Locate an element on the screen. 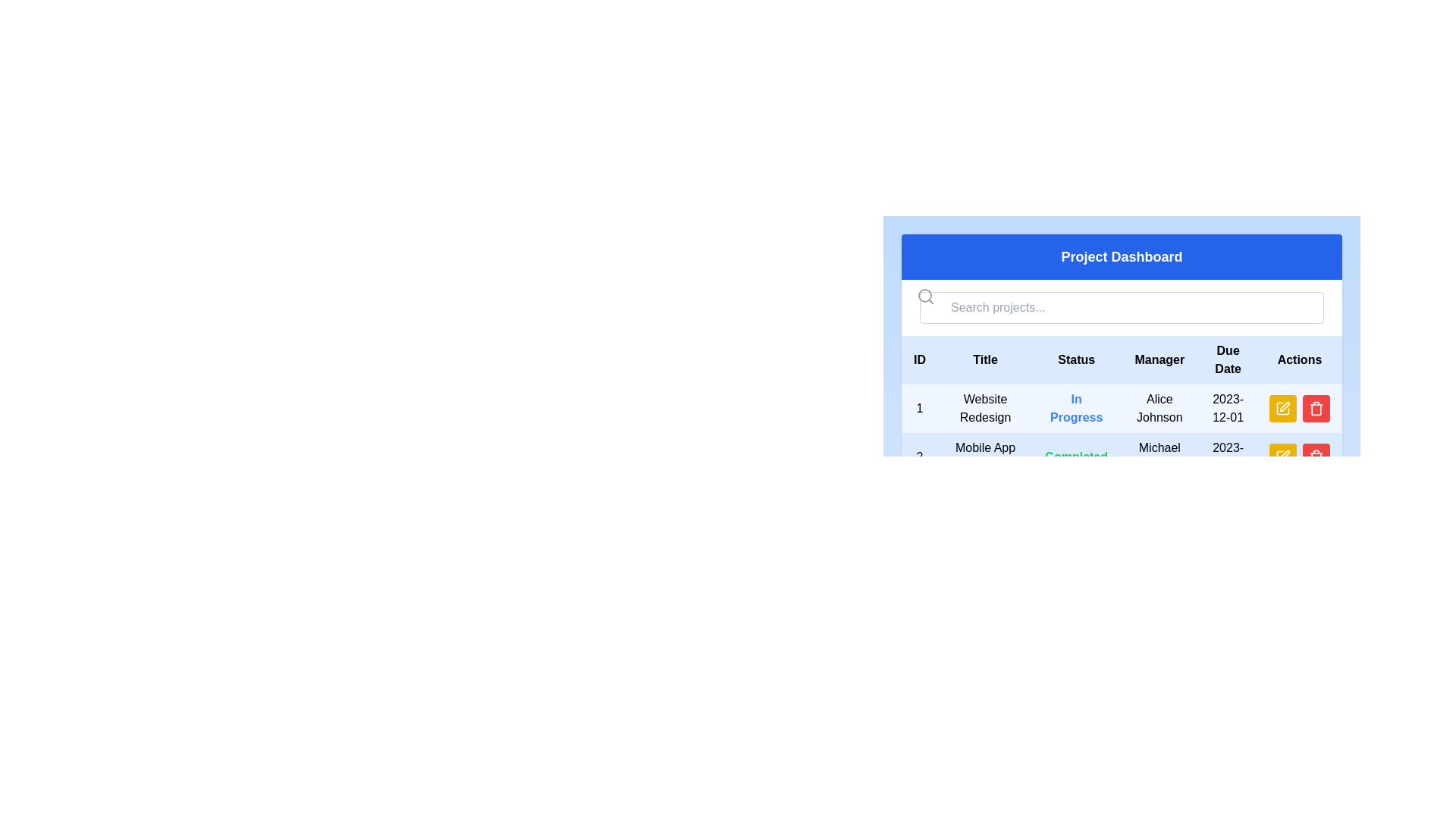 The image size is (1456, 819). the 'In Progress' status text label located in the third column of the project table under the header 'Status' is located at coordinates (1075, 408).